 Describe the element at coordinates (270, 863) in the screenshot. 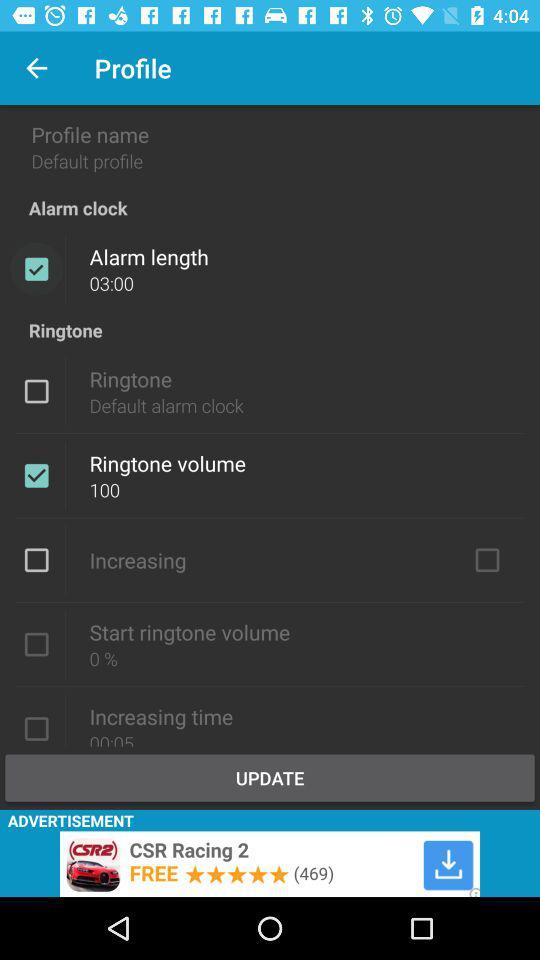

I see `the add image` at that location.